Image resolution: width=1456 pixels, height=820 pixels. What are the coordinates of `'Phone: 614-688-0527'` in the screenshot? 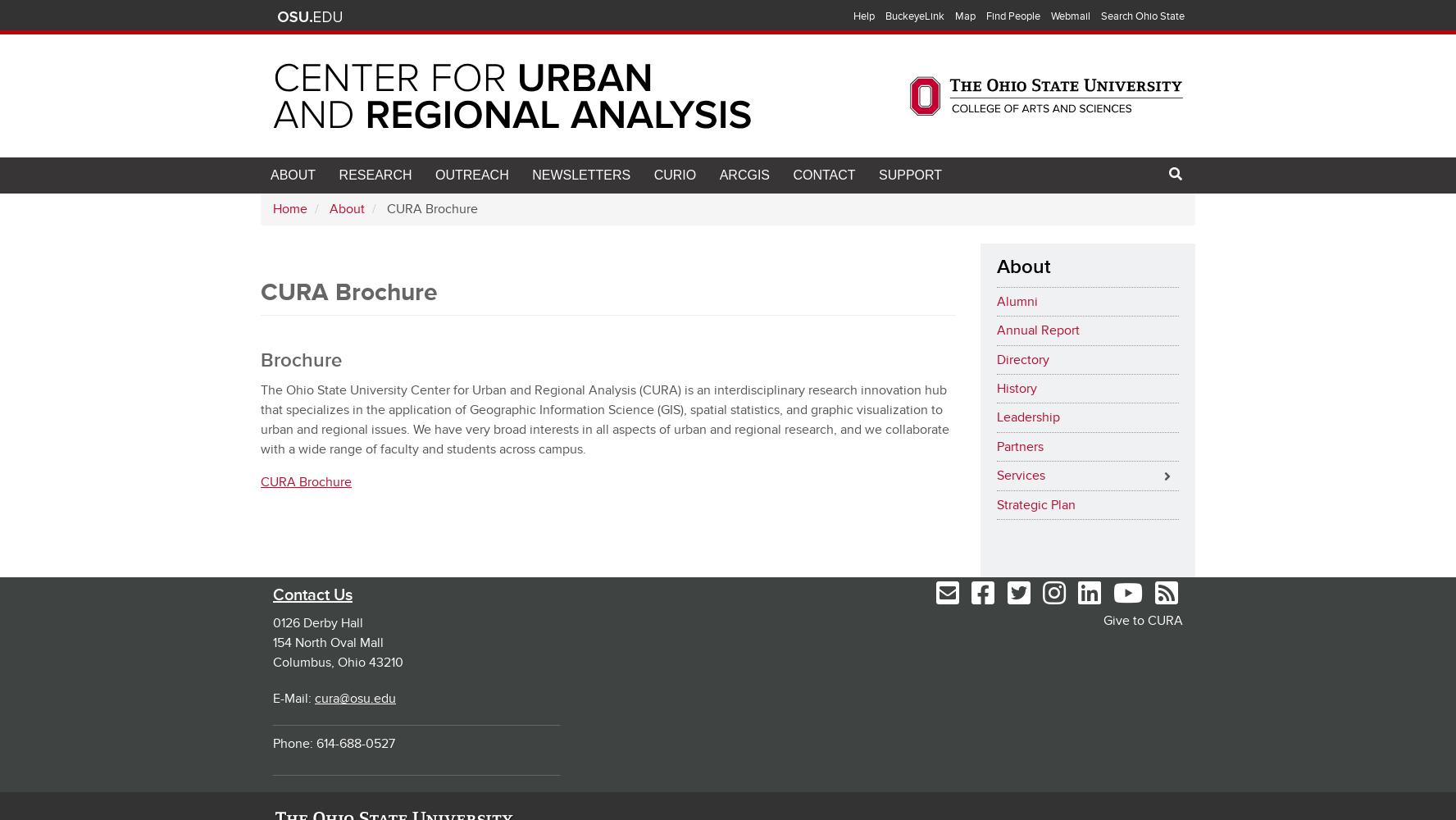 It's located at (334, 743).